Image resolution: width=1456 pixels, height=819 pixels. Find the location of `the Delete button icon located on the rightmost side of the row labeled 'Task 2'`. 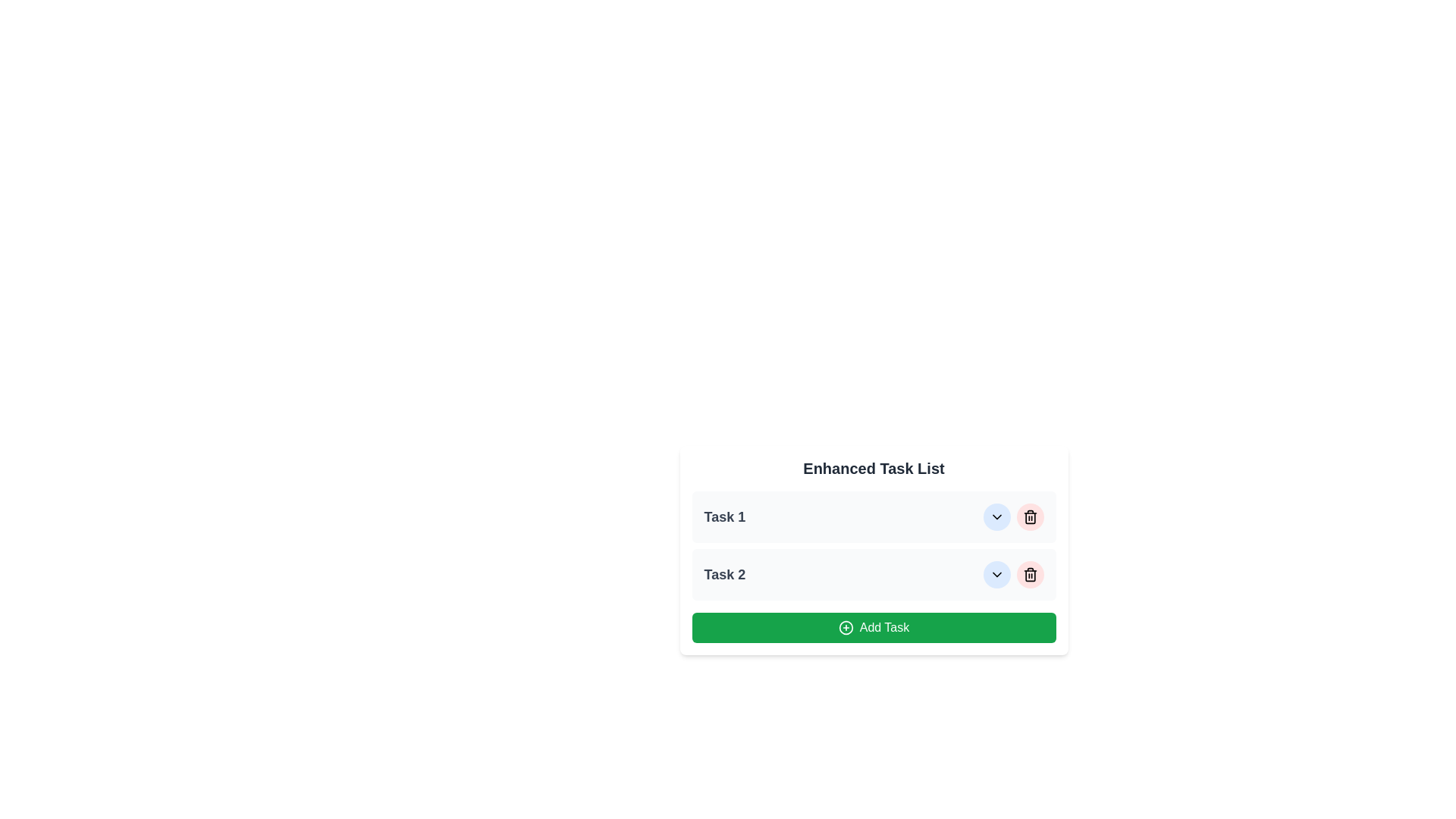

the Delete button icon located on the rightmost side of the row labeled 'Task 2' is located at coordinates (1030, 516).